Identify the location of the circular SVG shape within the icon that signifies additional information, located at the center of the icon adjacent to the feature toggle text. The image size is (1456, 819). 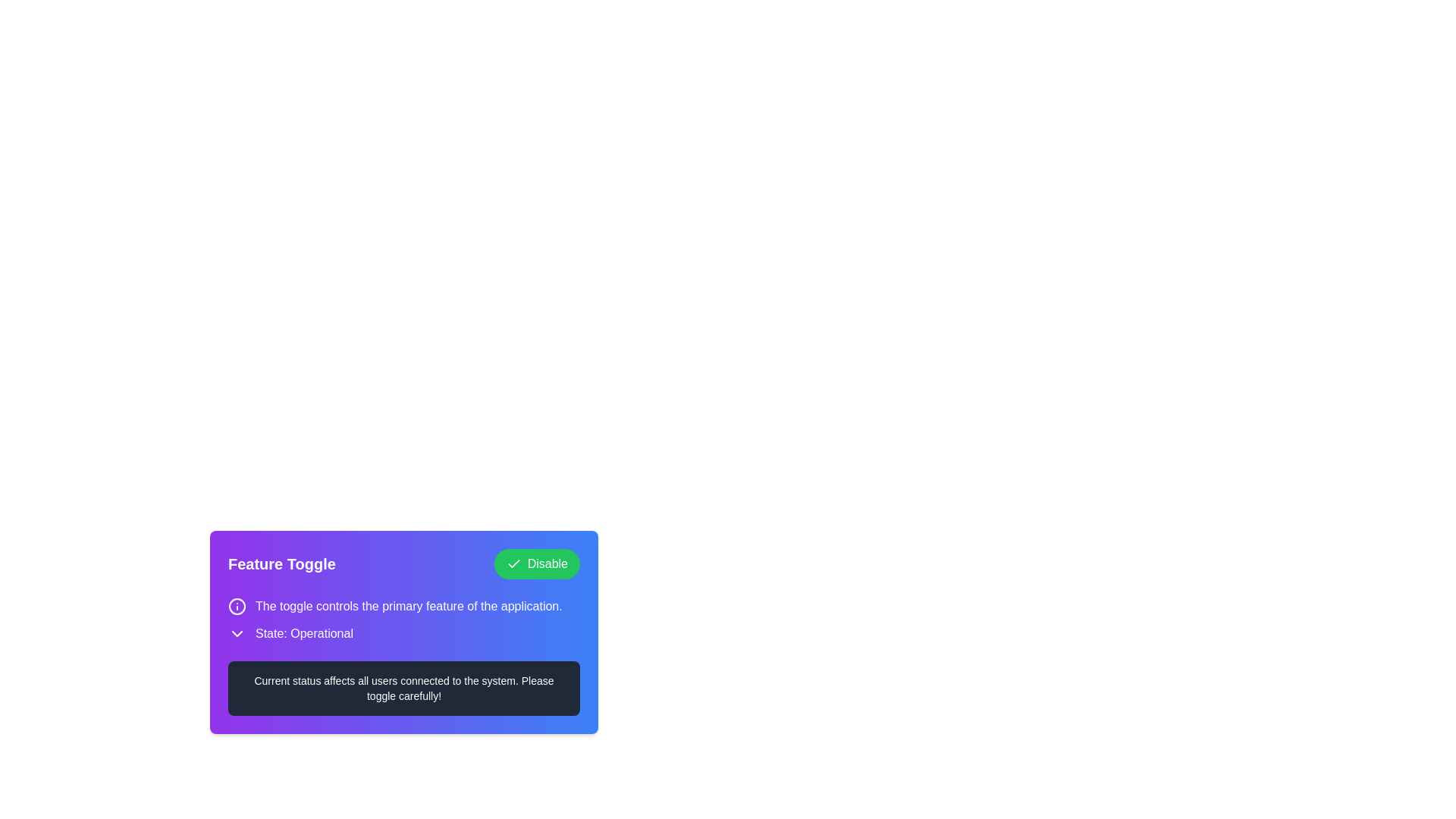
(236, 605).